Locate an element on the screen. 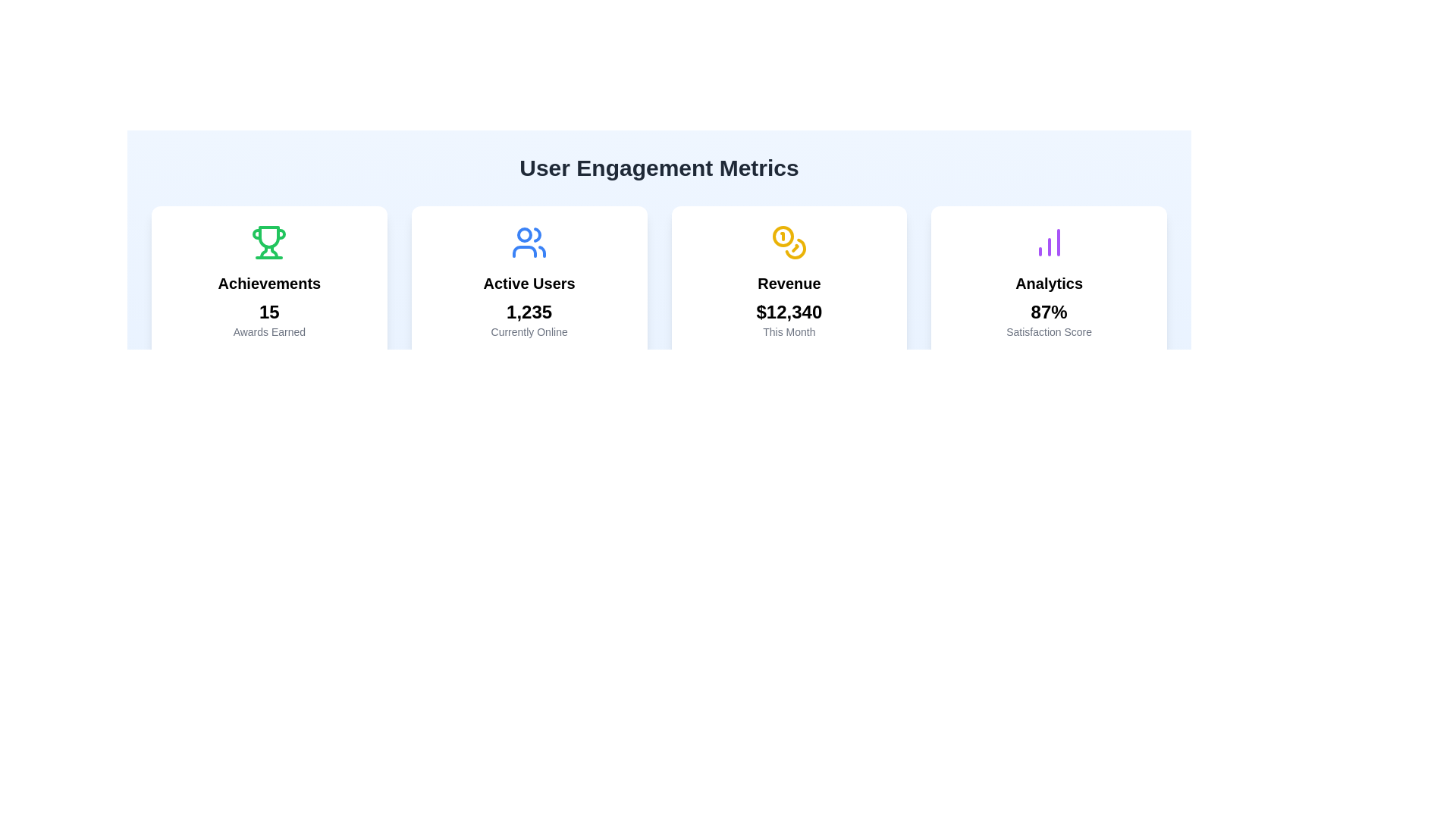  the label specifying 'Awards Earned', which is positioned below the number '15' in the 'Achievements' metric card is located at coordinates (269, 331).